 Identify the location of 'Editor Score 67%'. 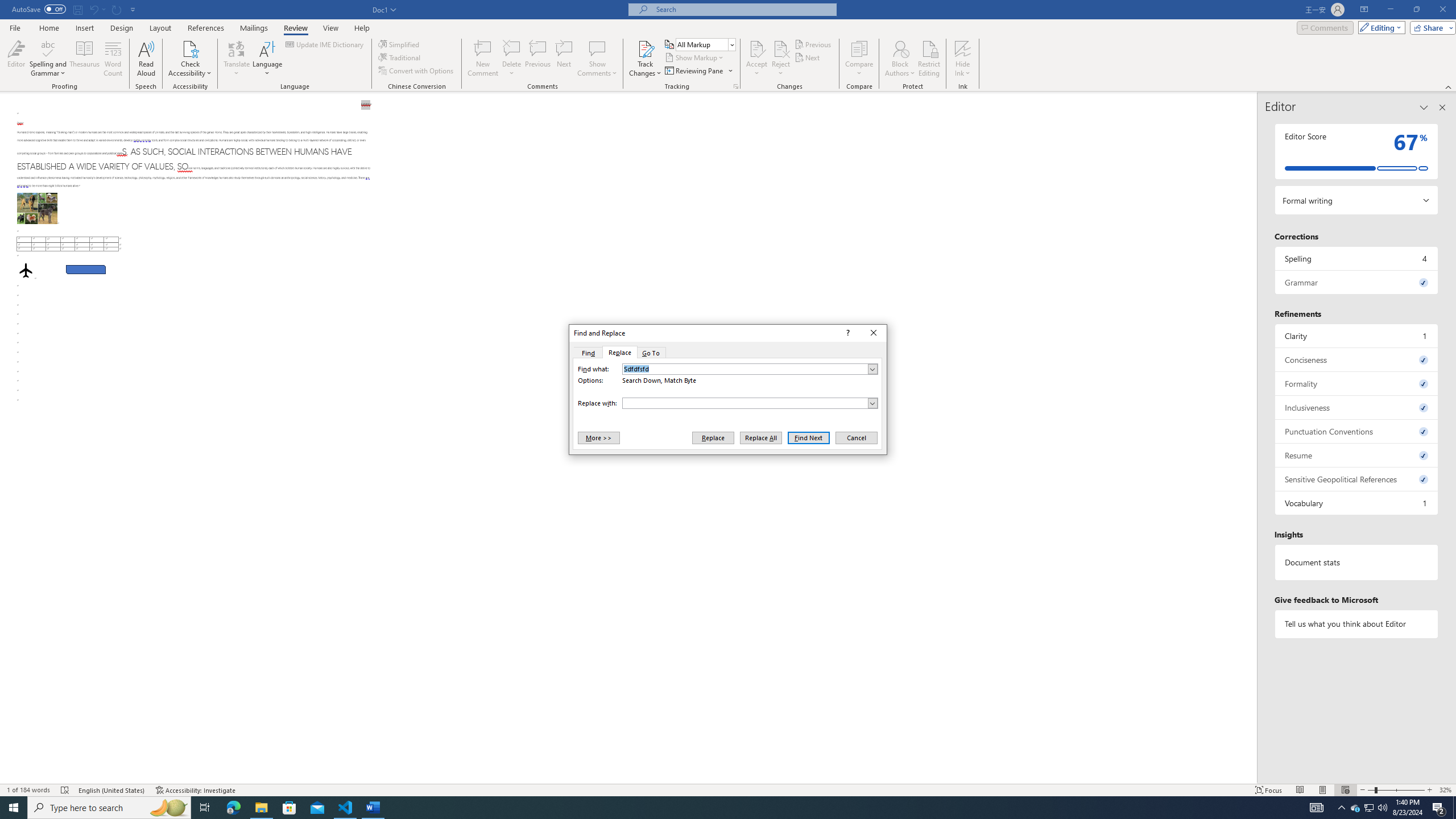
(1356, 151).